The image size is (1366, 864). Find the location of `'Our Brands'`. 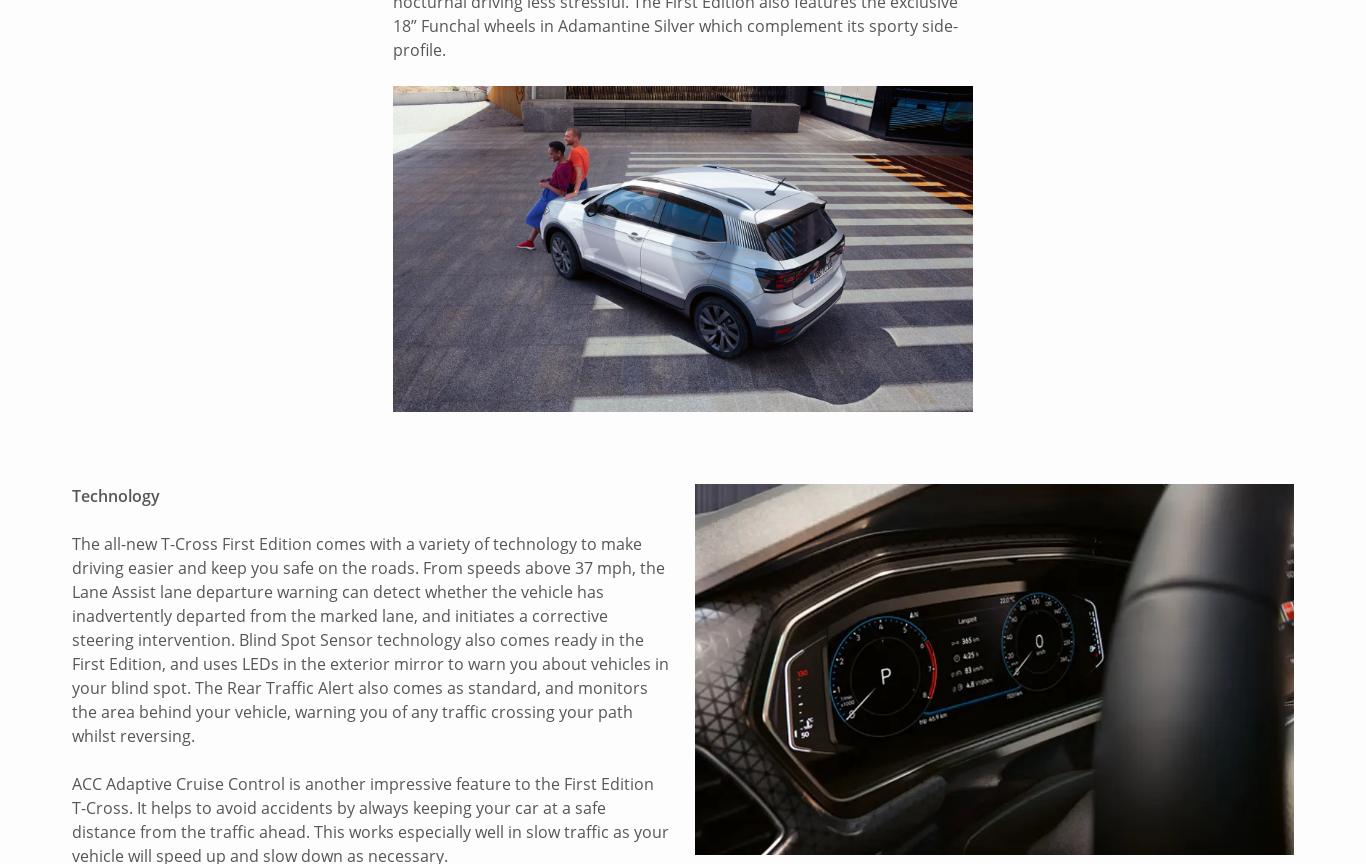

'Our Brands' is located at coordinates (116, 339).